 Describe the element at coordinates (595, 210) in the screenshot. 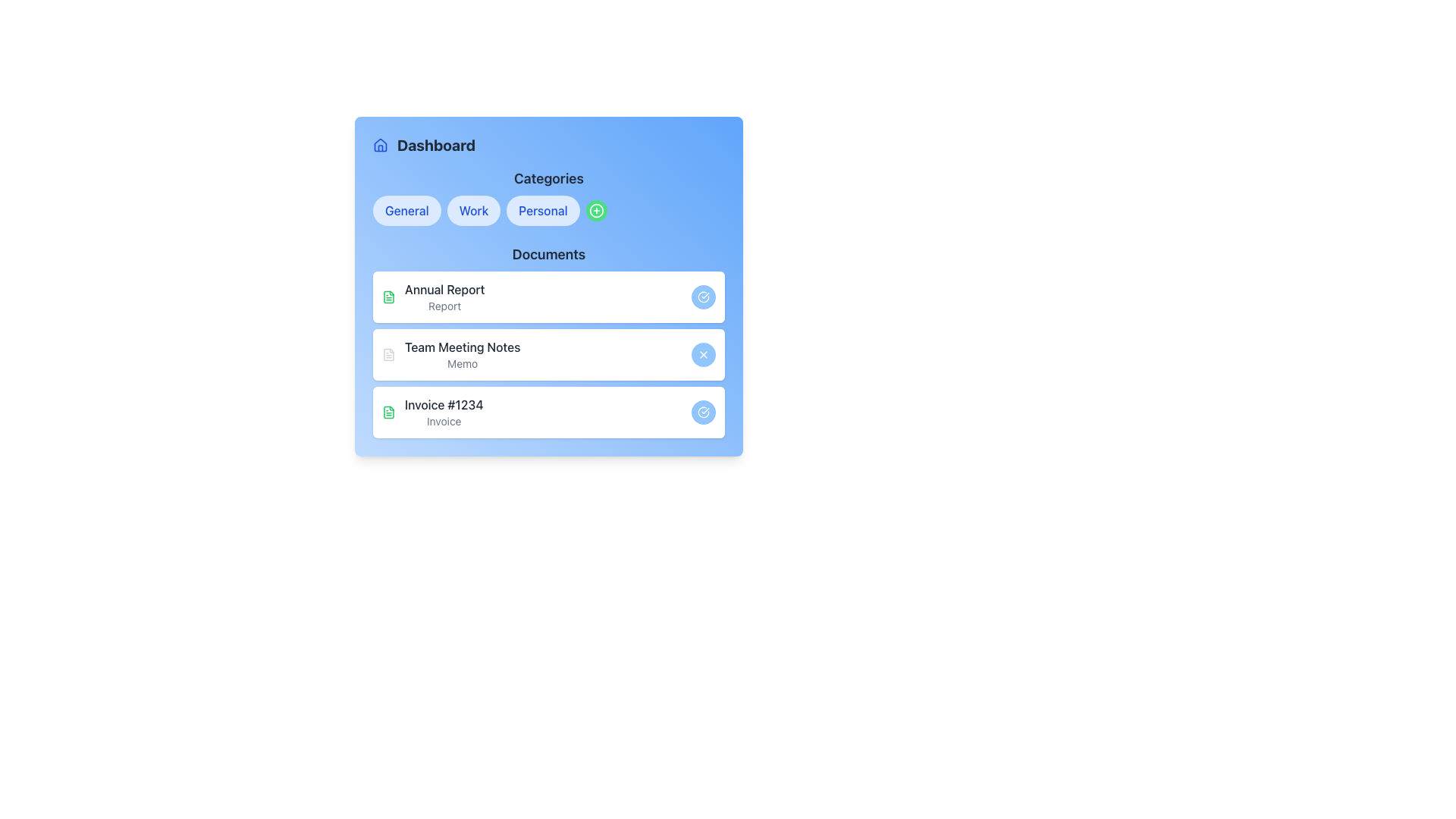

I see `the circular green button with a white plus symbol located to the right of the 'Personal' tag in the 'Categories' section` at that location.